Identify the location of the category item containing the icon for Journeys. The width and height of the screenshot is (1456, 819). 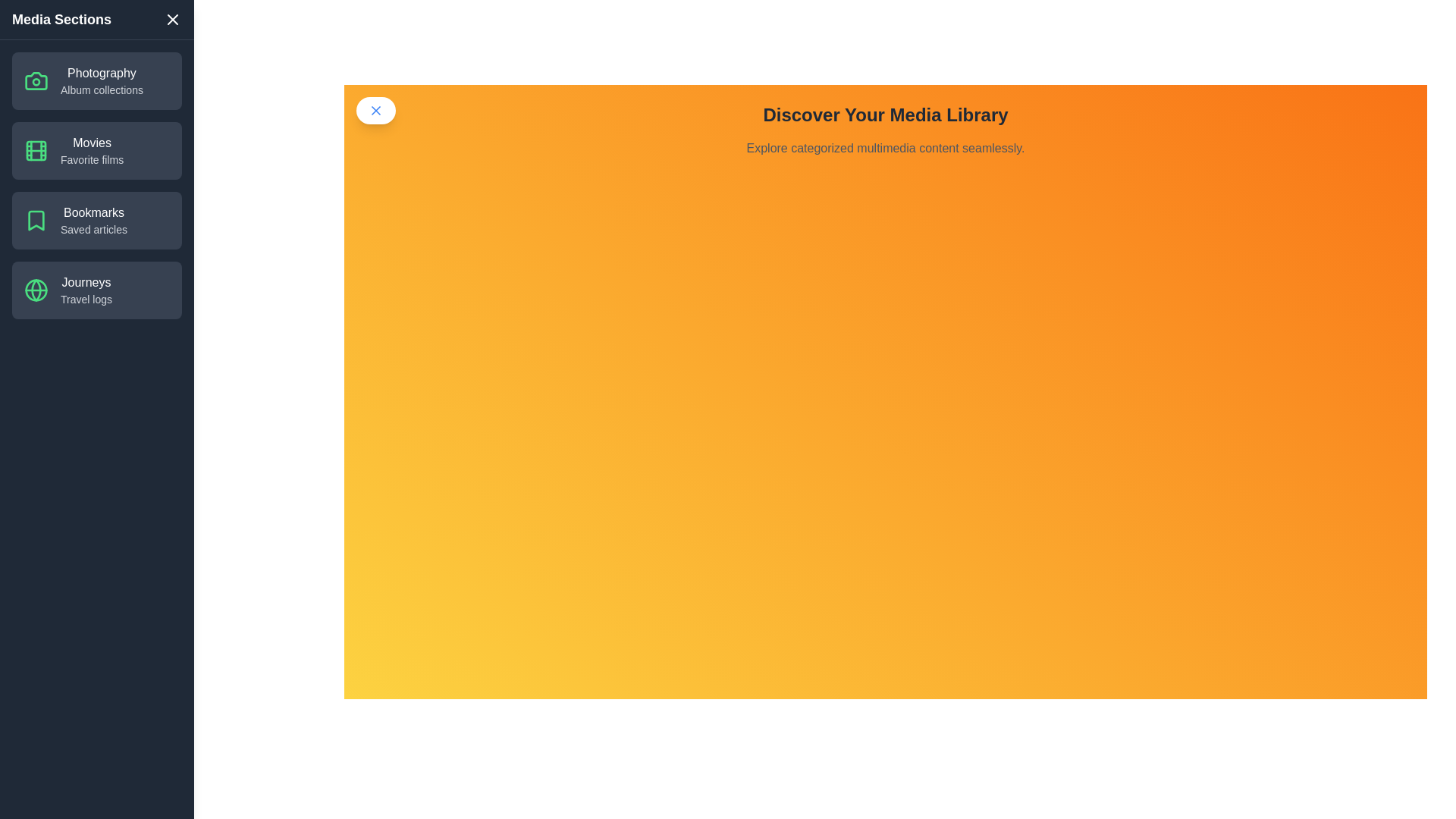
(36, 290).